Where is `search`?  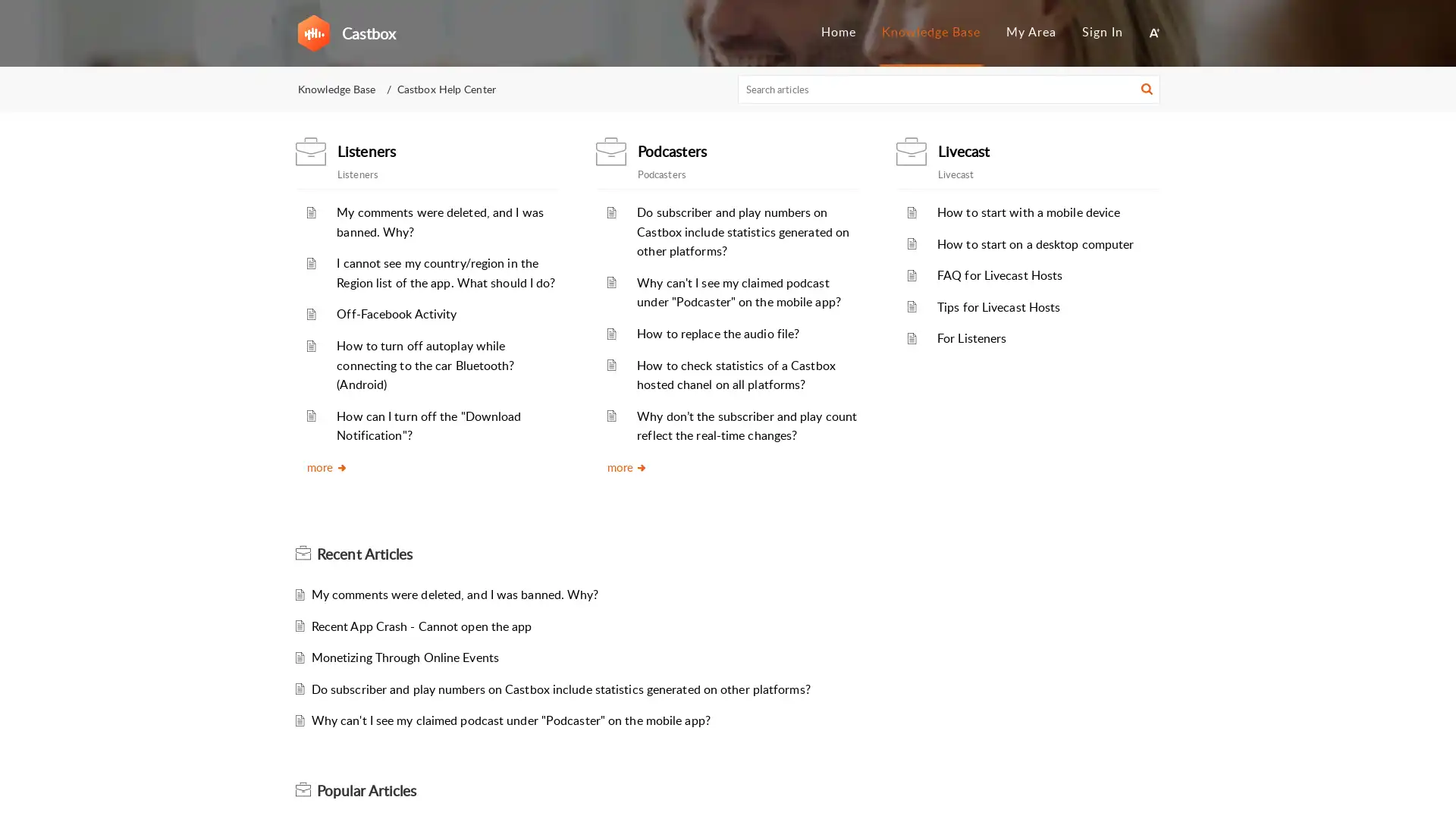
search is located at coordinates (1147, 91).